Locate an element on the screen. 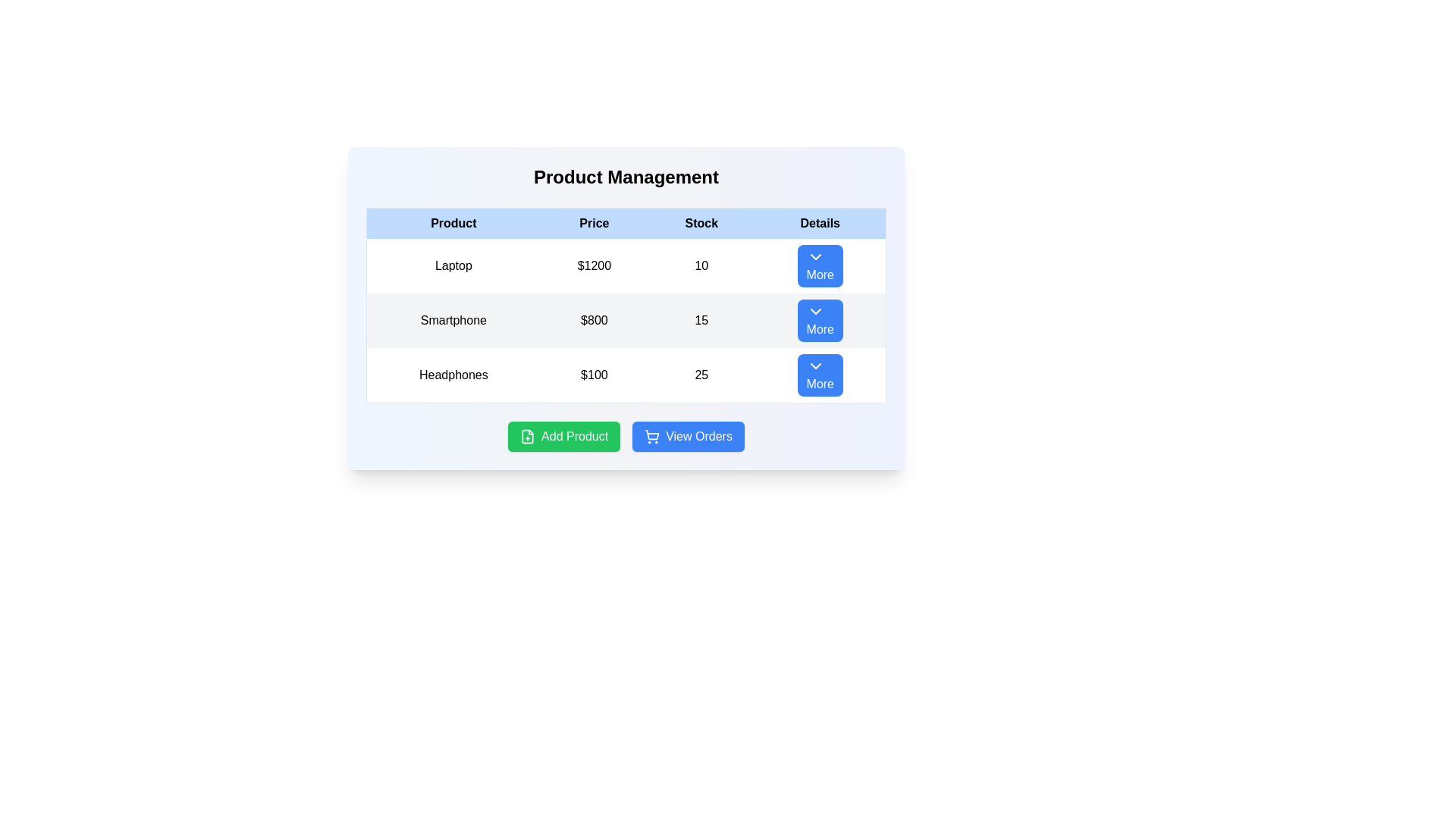 The image size is (1456, 819). the Text label displaying '25' in the Stock column of the Headphones row is located at coordinates (701, 375).